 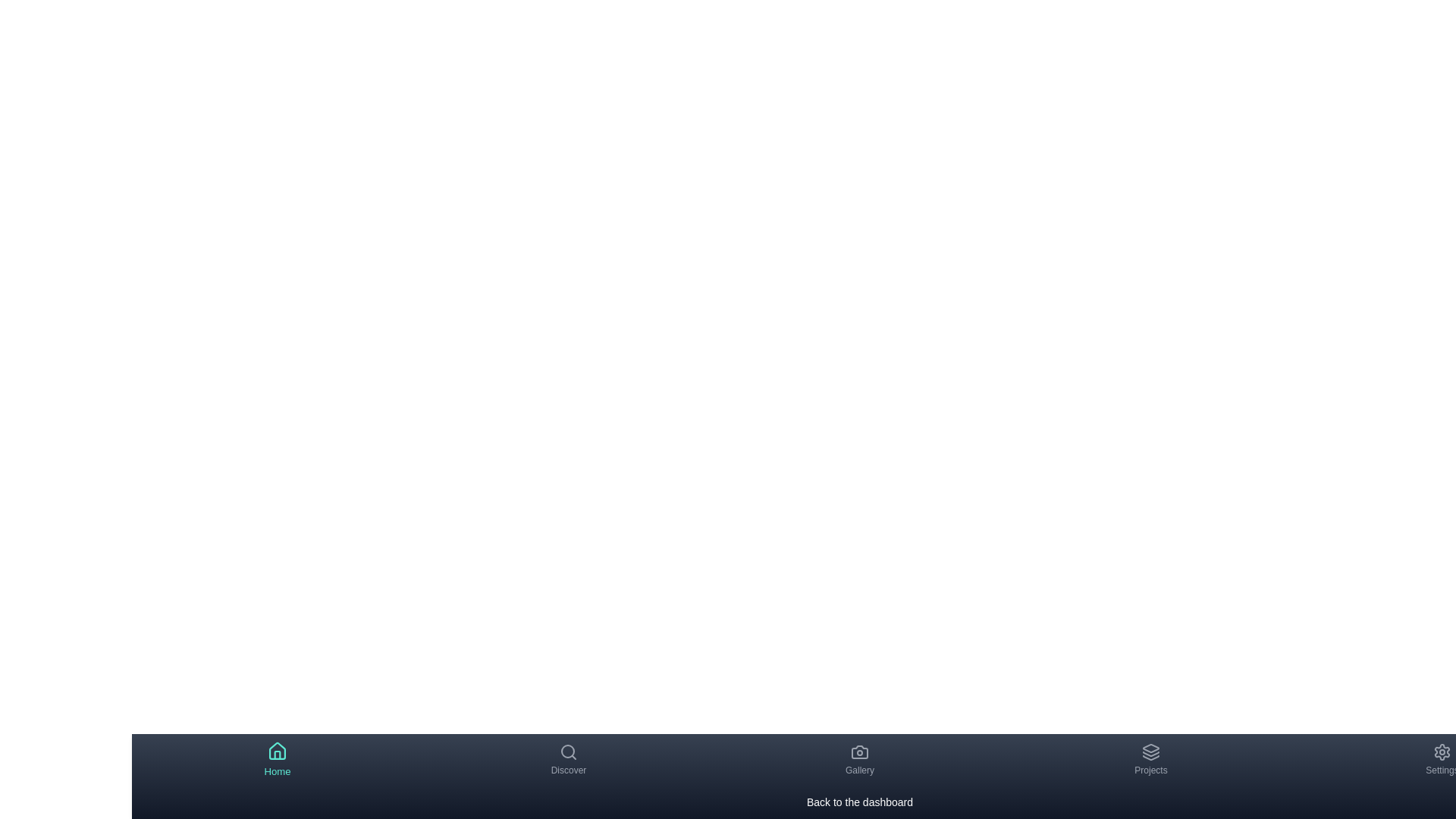 I want to click on the navigation item labeled Projects to view its description, so click(x=1150, y=760).